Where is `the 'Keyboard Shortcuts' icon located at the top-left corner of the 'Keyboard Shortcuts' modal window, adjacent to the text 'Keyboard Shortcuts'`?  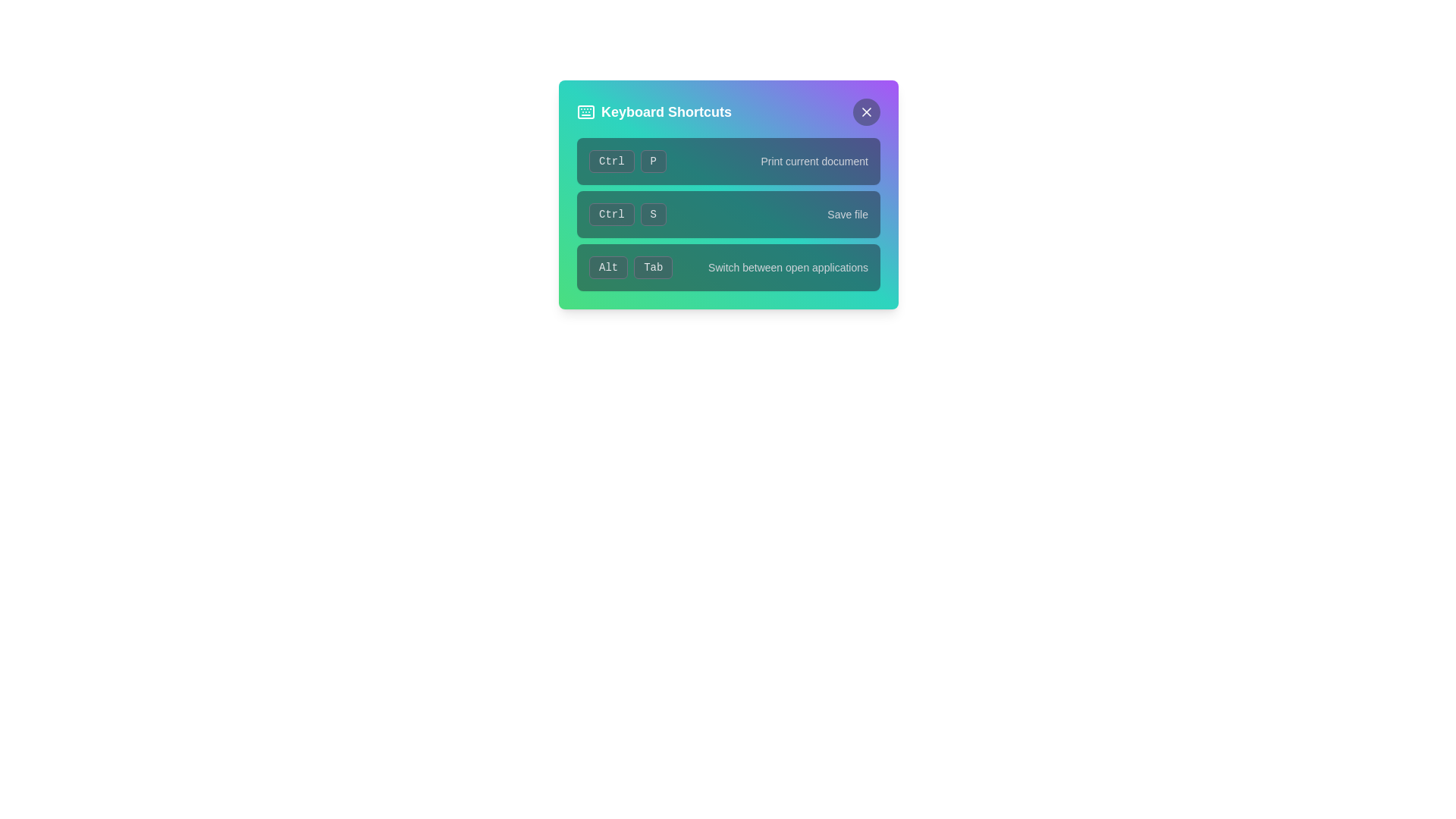
the 'Keyboard Shortcuts' icon located at the top-left corner of the 'Keyboard Shortcuts' modal window, adjacent to the text 'Keyboard Shortcuts' is located at coordinates (585, 111).